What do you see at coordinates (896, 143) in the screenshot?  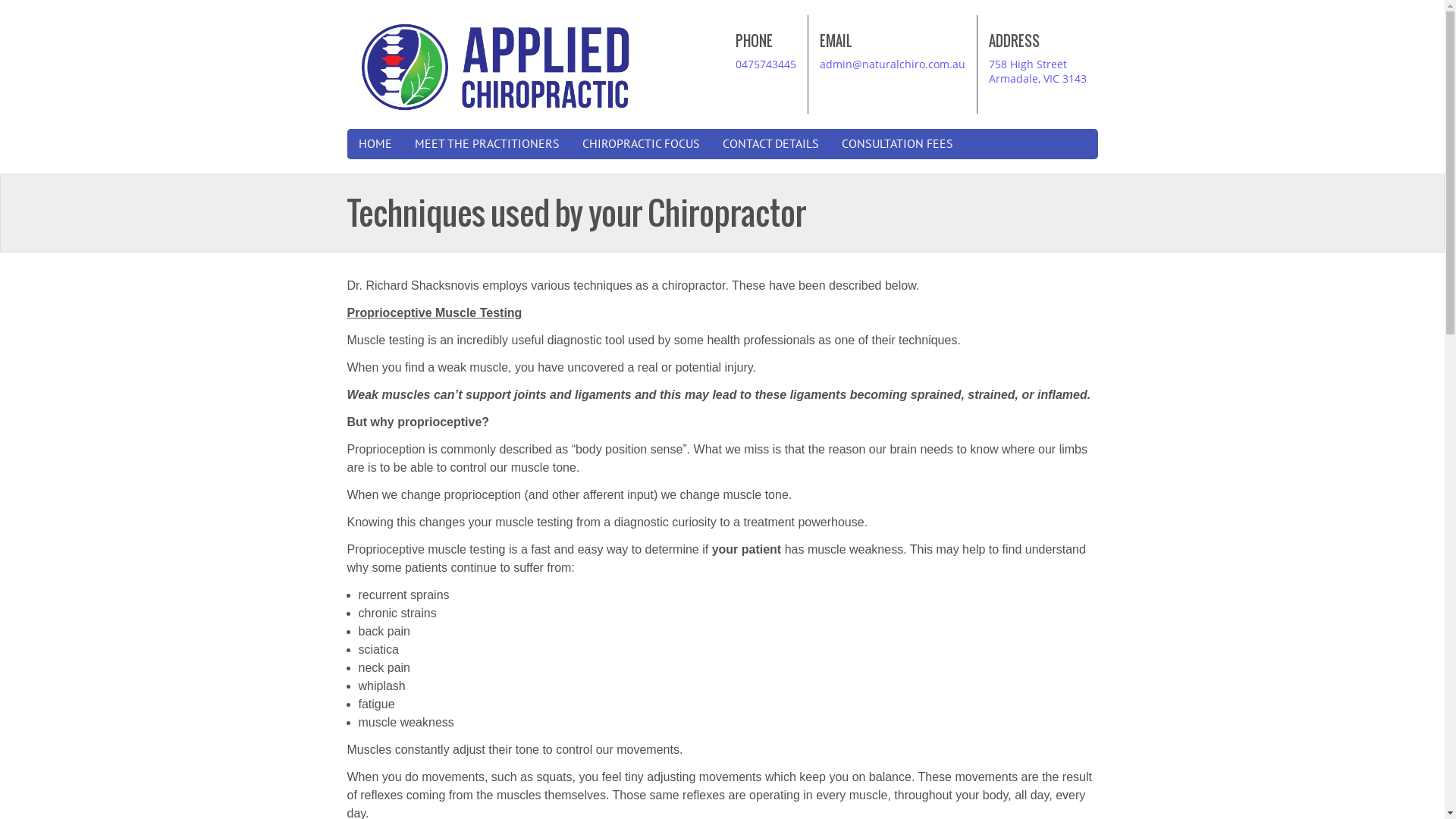 I see `'CONSULTATION FEES'` at bounding box center [896, 143].